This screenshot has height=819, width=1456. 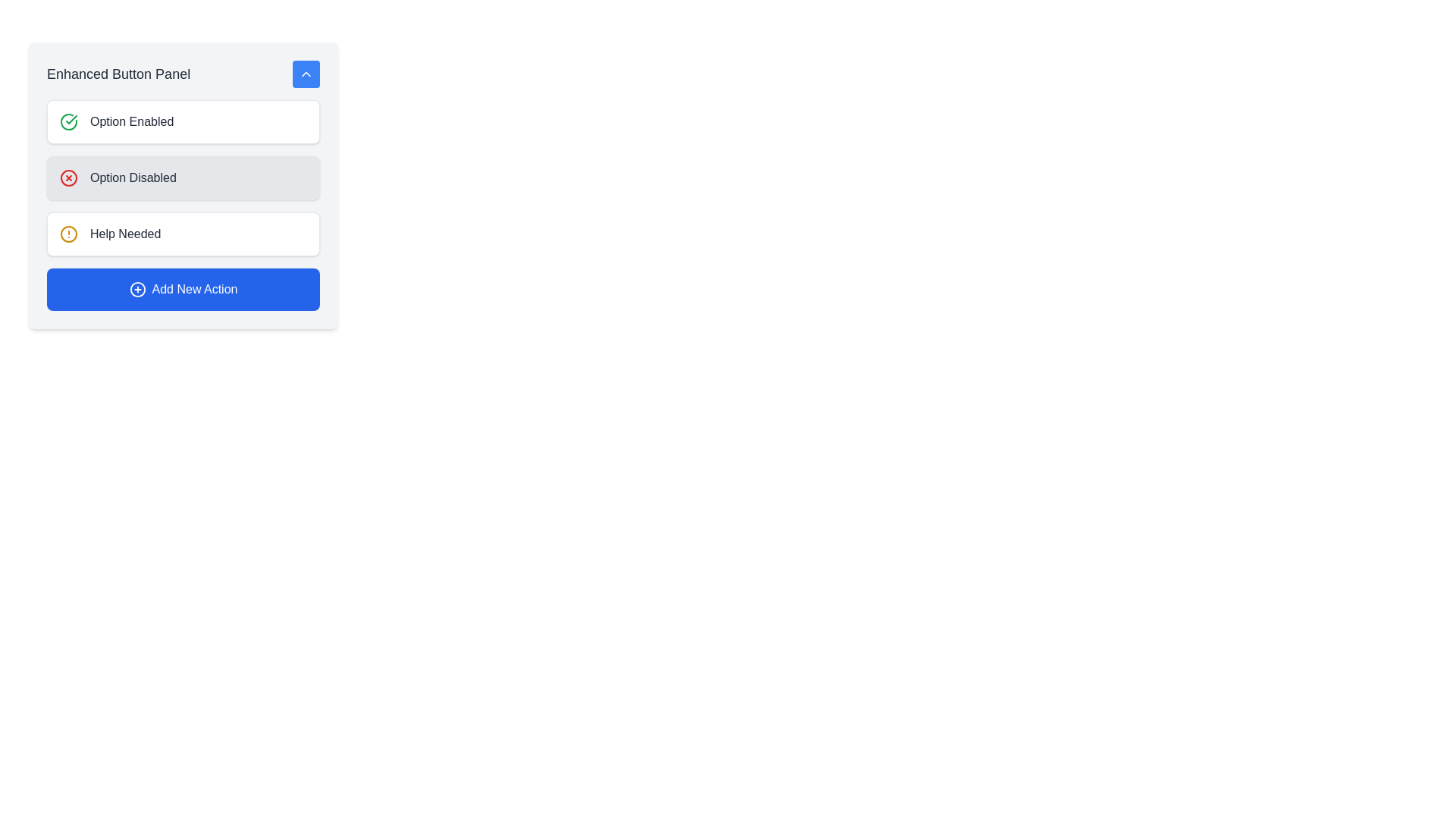 What do you see at coordinates (68, 177) in the screenshot?
I see `the circular background of the red 'x' symbol in the 'Option Disabled' section of the interface` at bounding box center [68, 177].